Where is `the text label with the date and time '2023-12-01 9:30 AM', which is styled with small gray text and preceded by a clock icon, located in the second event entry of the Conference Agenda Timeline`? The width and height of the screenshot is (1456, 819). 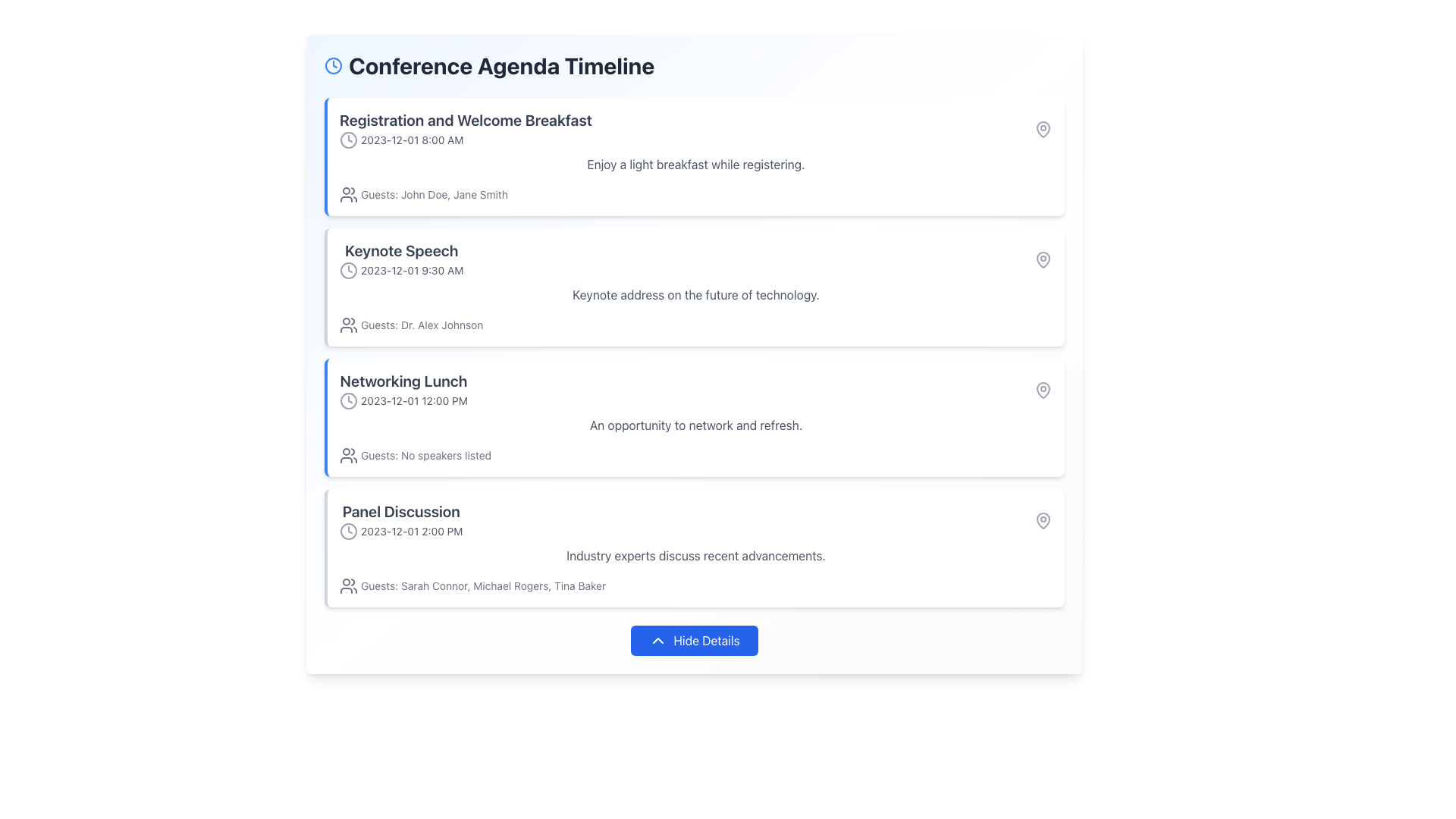 the text label with the date and time '2023-12-01 9:30 AM', which is styled with small gray text and preceded by a clock icon, located in the second event entry of the Conference Agenda Timeline is located at coordinates (401, 270).